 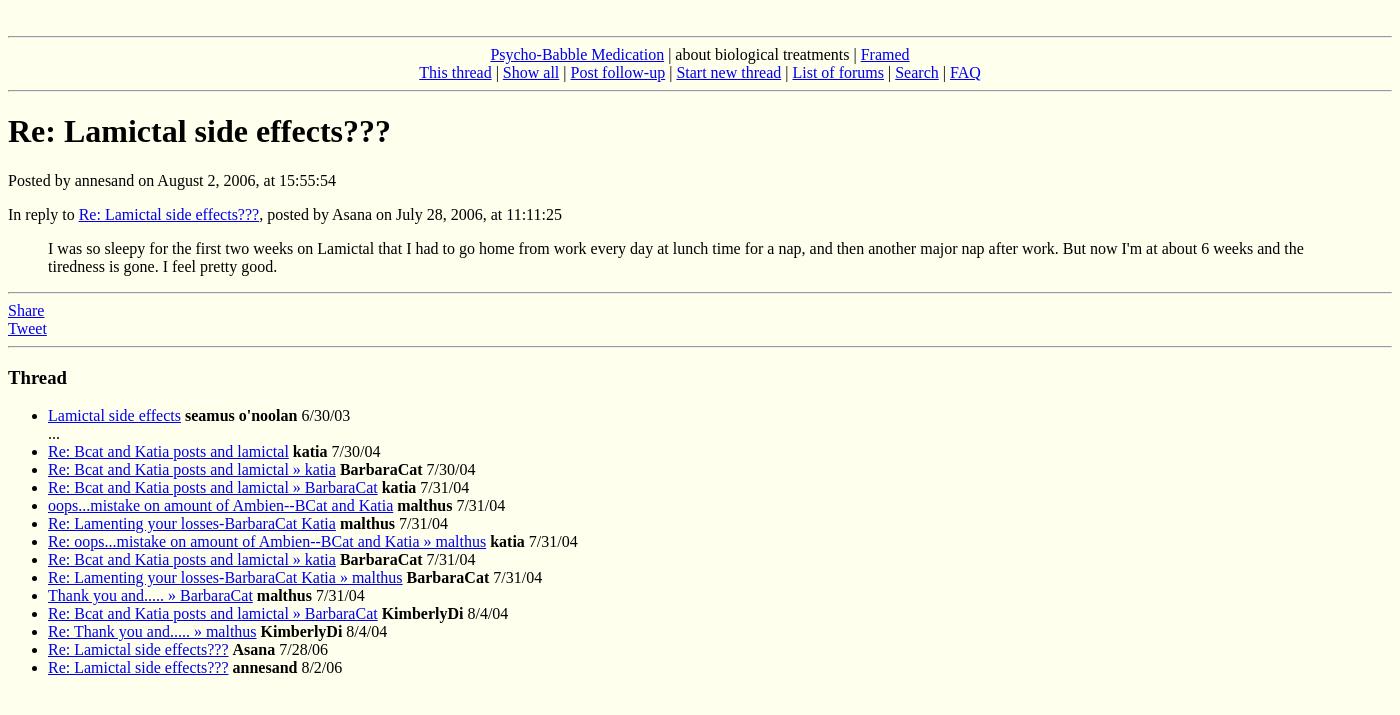 I want to click on 'This thread', so click(x=419, y=72).